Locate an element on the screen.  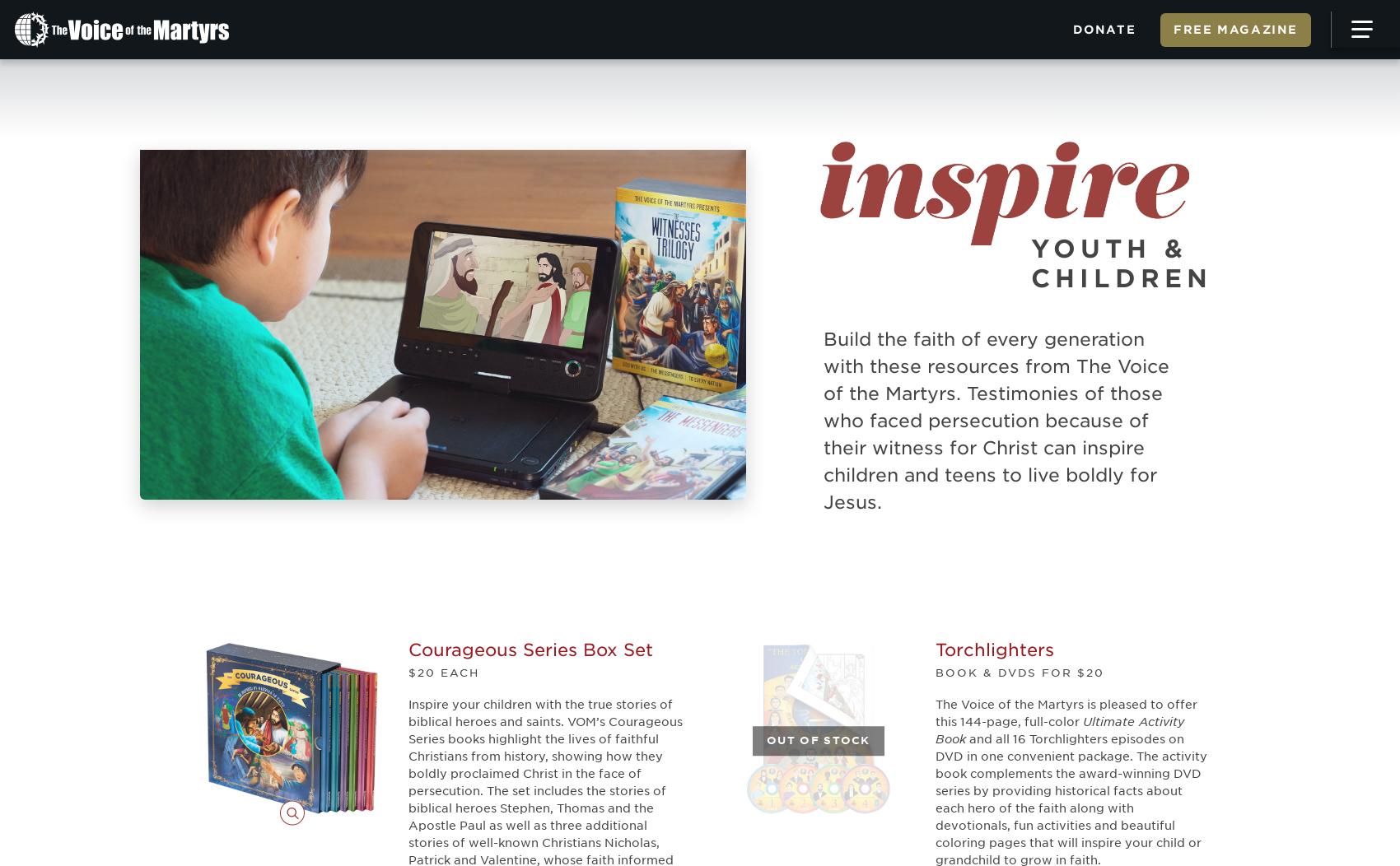
'Ultimate Activity Book' is located at coordinates (1060, 729).